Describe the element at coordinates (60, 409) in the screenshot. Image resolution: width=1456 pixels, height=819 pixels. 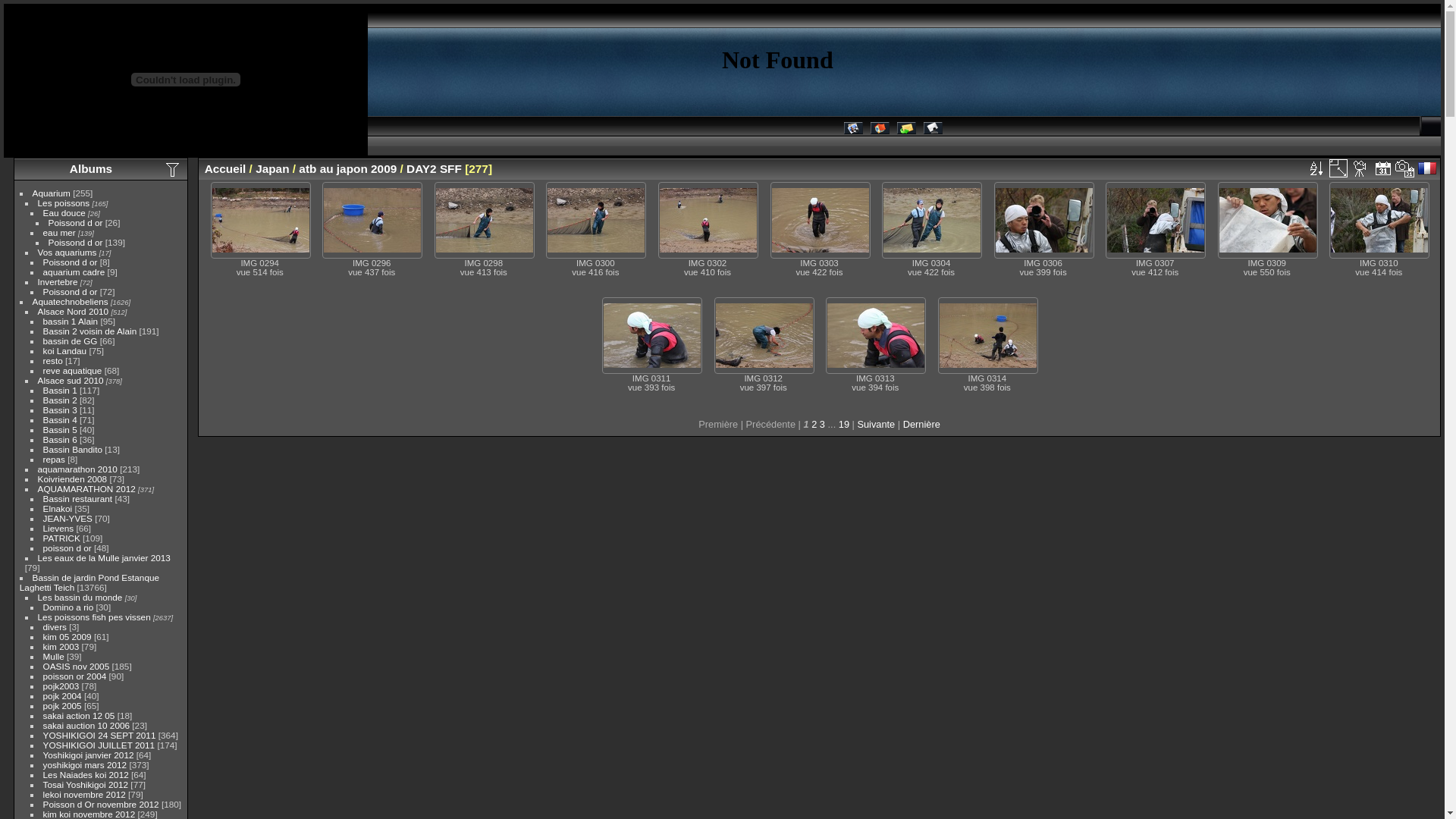
I see `'Bassin 3'` at that location.